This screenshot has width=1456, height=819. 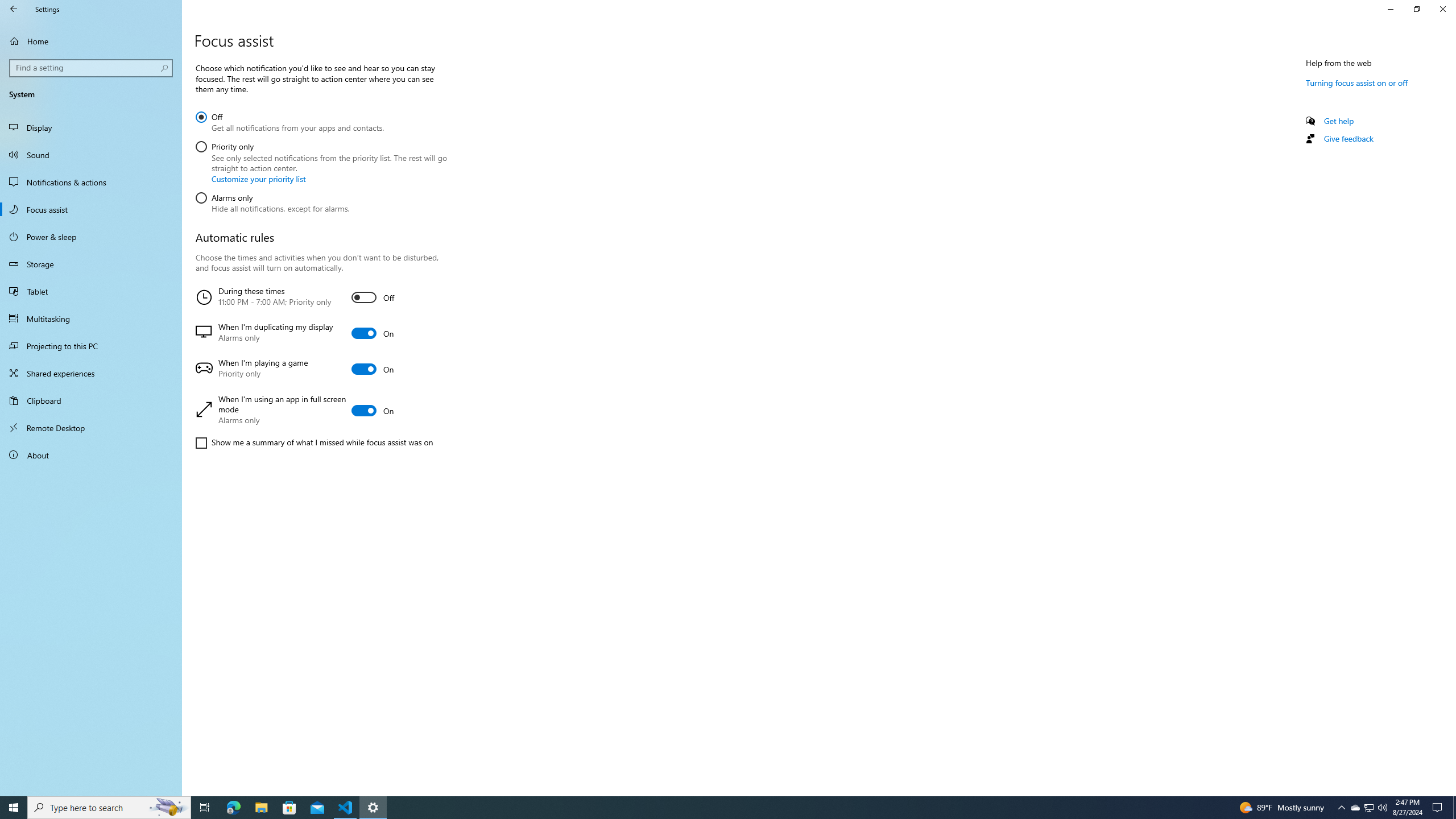 What do you see at coordinates (1368, 806) in the screenshot?
I see `'User Promoted Notification Area'` at bounding box center [1368, 806].